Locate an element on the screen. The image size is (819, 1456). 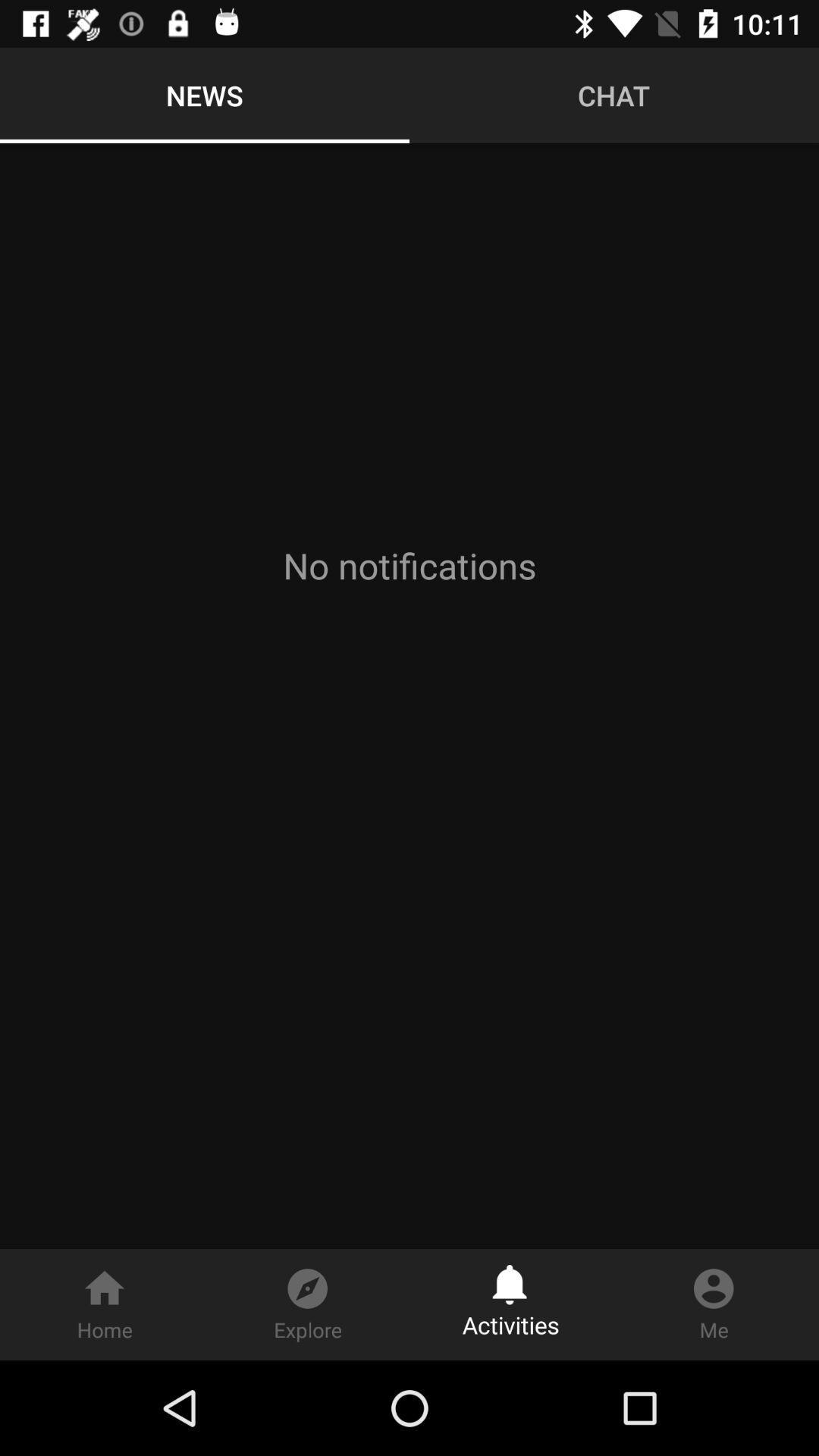
symbol above explore is located at coordinates (307, 1280).